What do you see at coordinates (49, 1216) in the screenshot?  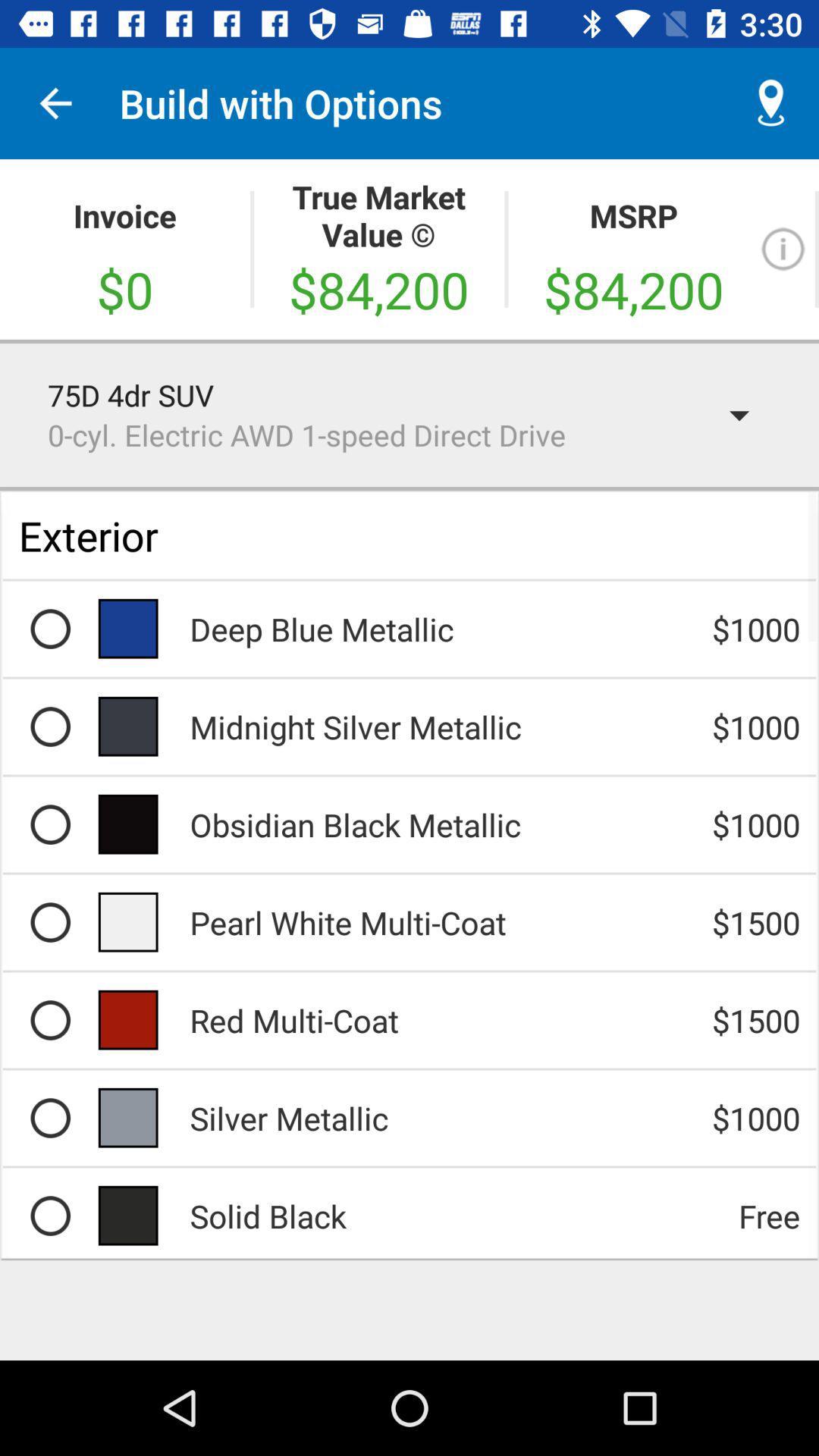 I see `color` at bounding box center [49, 1216].